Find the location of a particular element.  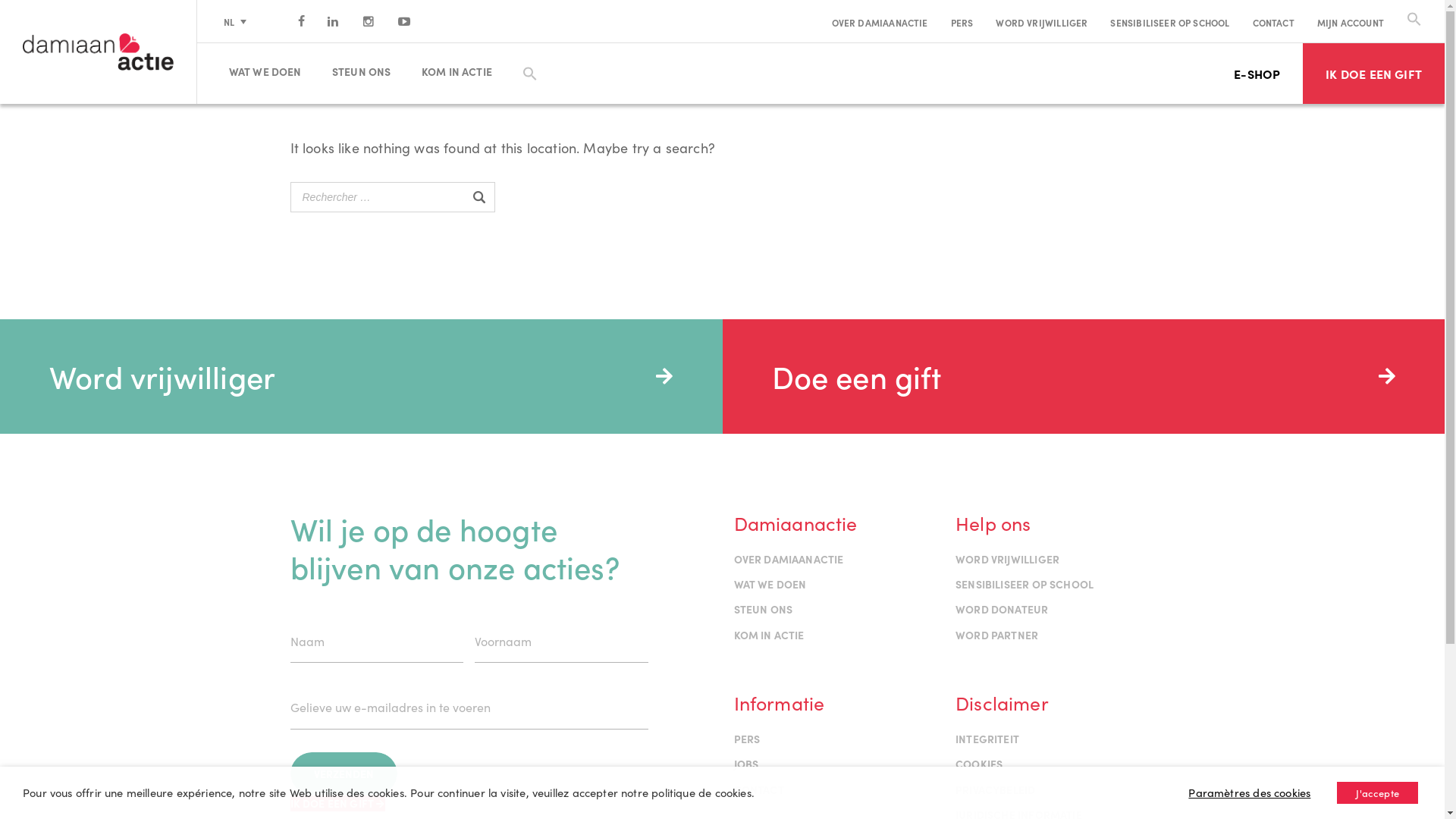

'PERS' is located at coordinates (961, 22).